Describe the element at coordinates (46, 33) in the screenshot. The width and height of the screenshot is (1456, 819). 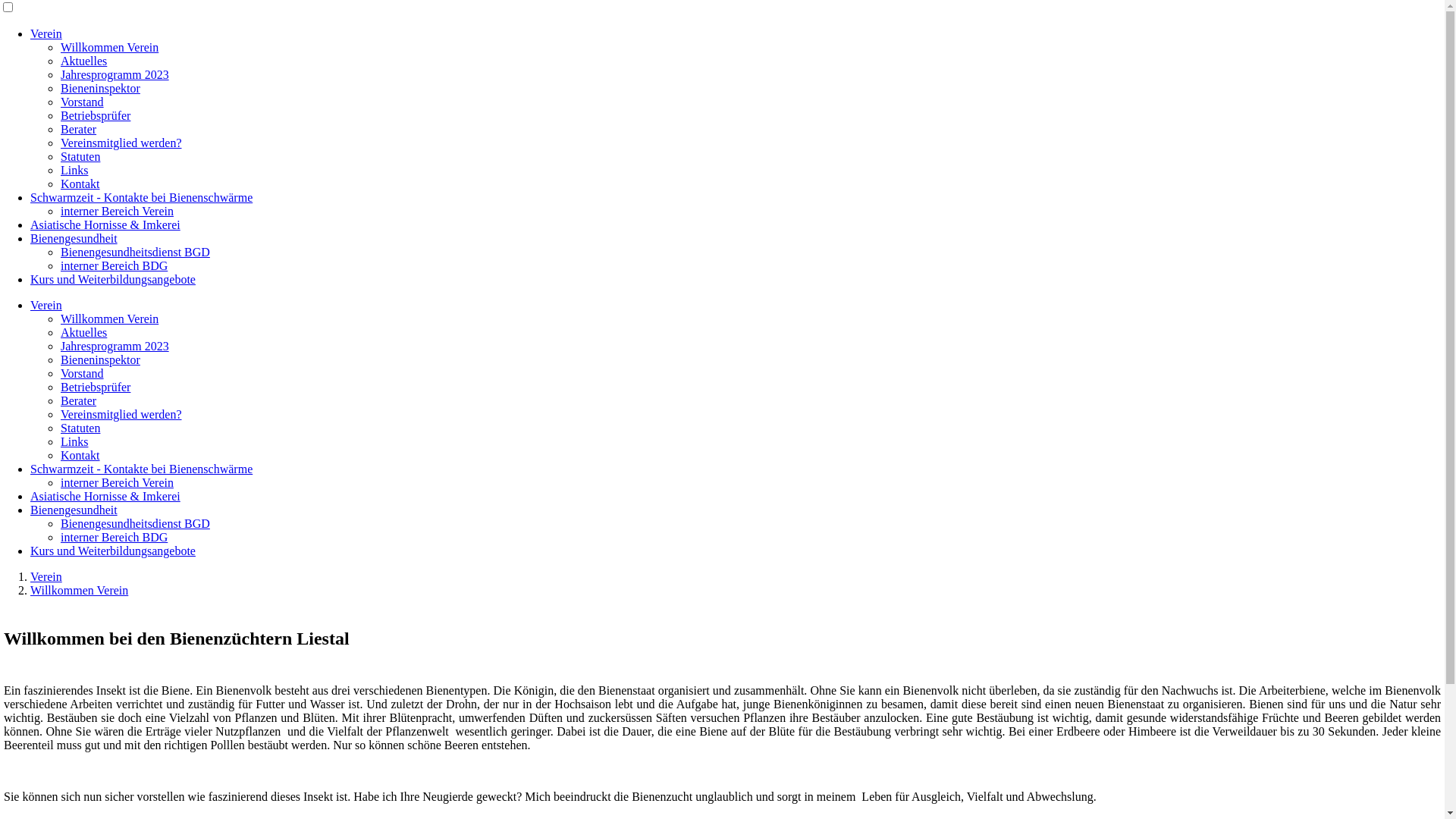
I see `'Verein'` at that location.